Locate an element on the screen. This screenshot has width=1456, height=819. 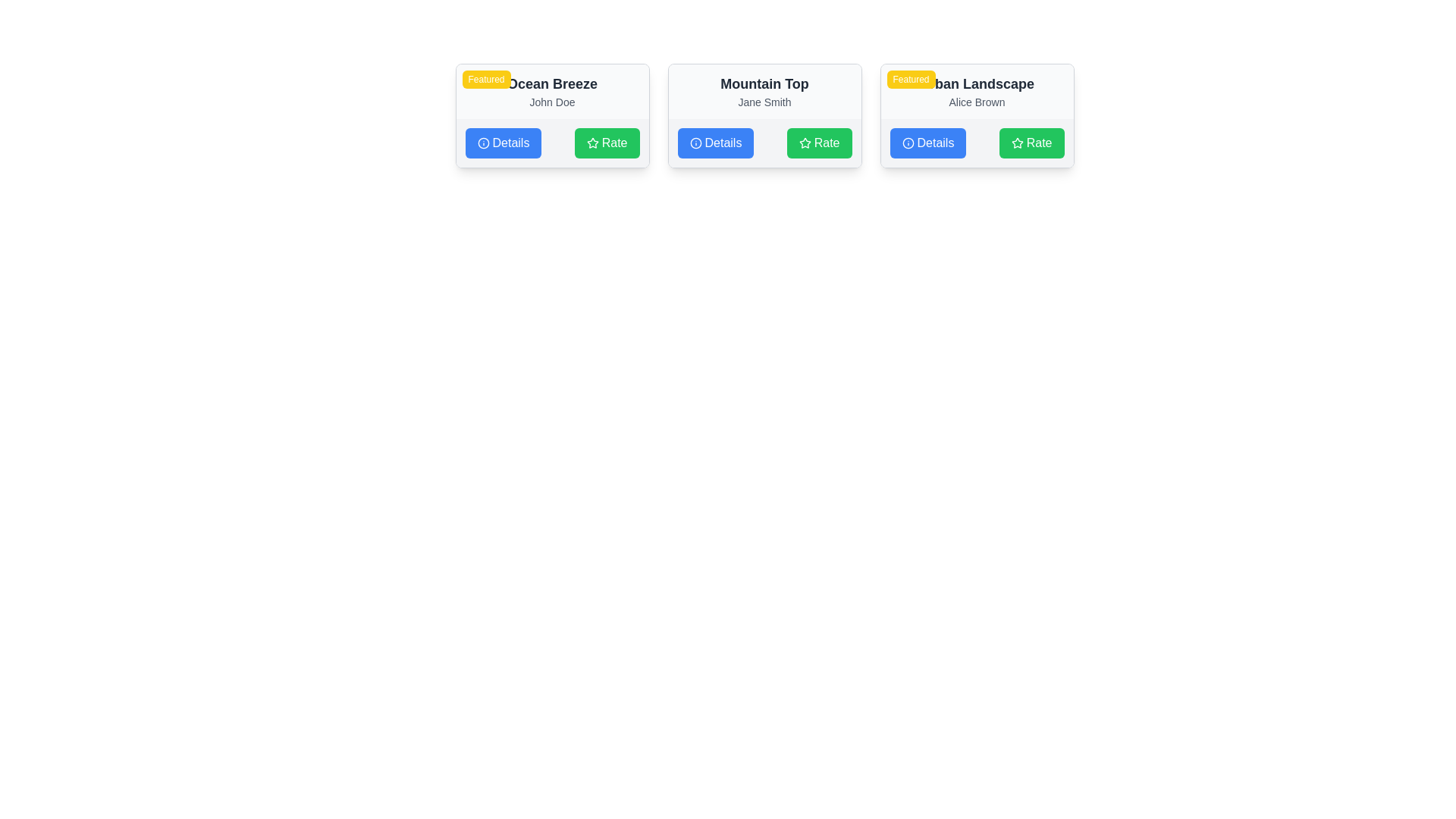
the star icon within the 'Rate' button for the 'Mountain Top' card, which indicates rating or feedback functionality is located at coordinates (804, 143).